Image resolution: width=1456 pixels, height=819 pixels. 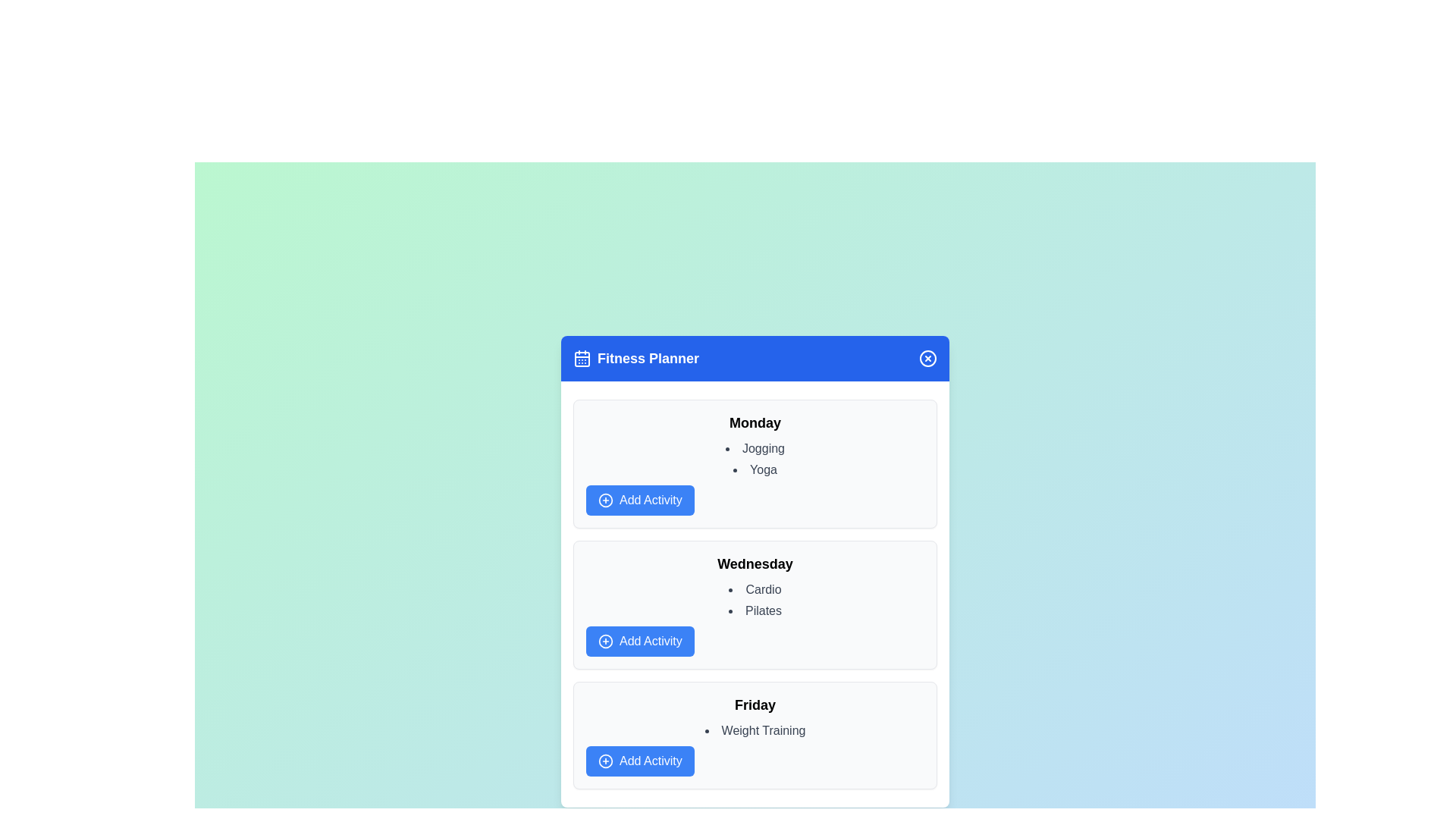 What do you see at coordinates (927, 359) in the screenshot?
I see `the close button to close the dialog` at bounding box center [927, 359].